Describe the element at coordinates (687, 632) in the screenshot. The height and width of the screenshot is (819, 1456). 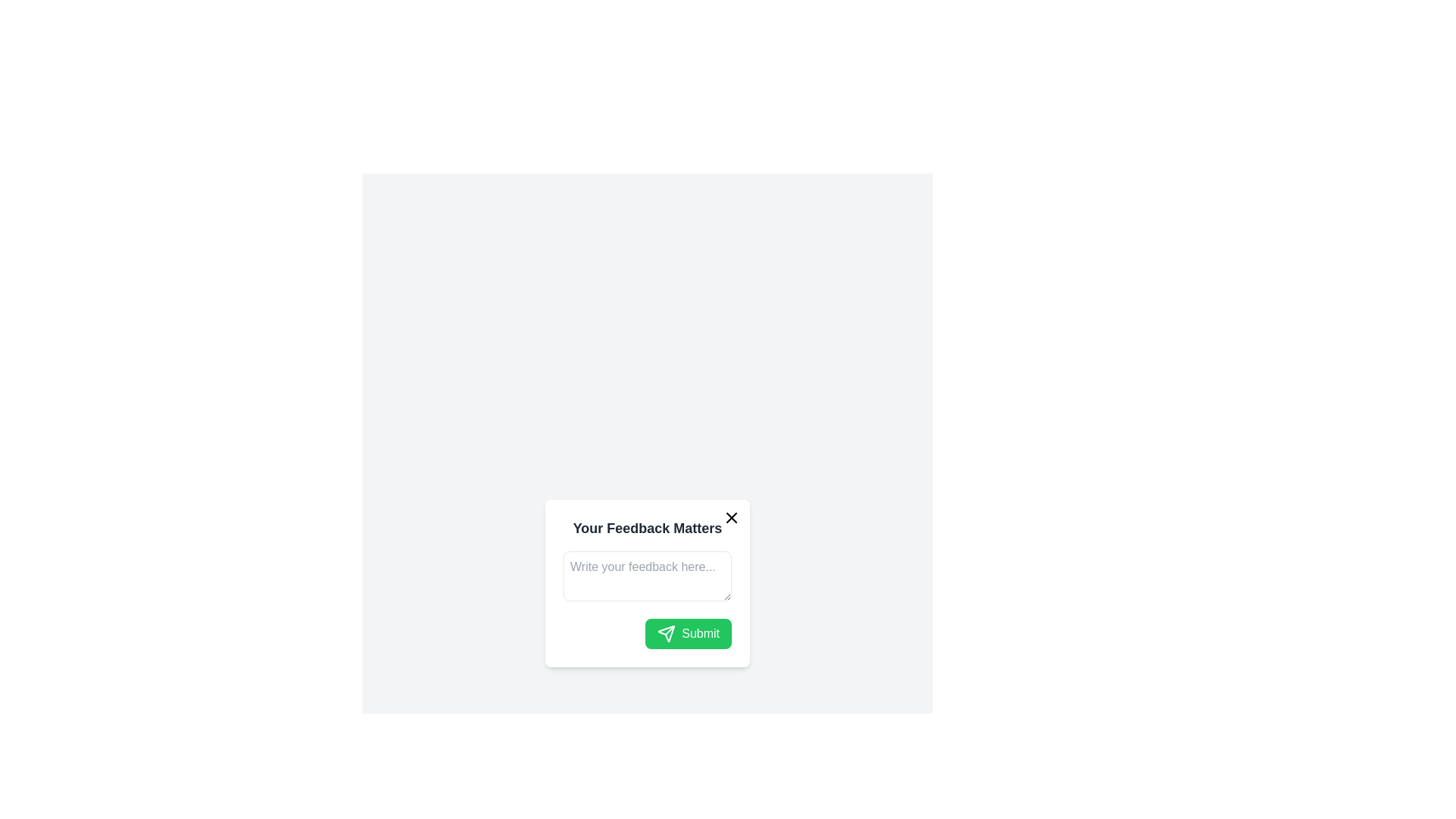
I see `the submit button located at the bottom-right corner of the modal dialog` at that location.